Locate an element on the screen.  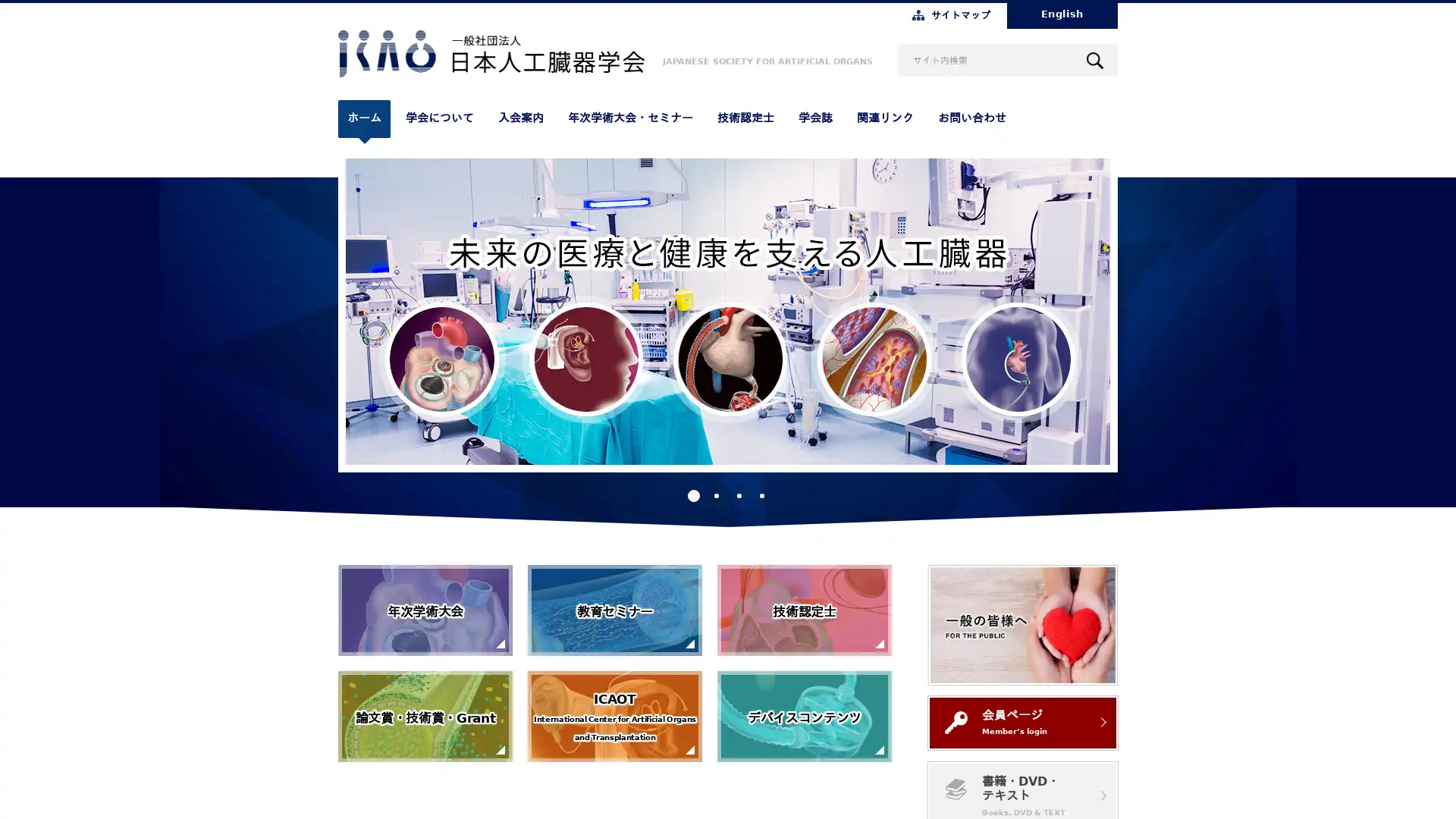
Search is located at coordinates (1095, 59).